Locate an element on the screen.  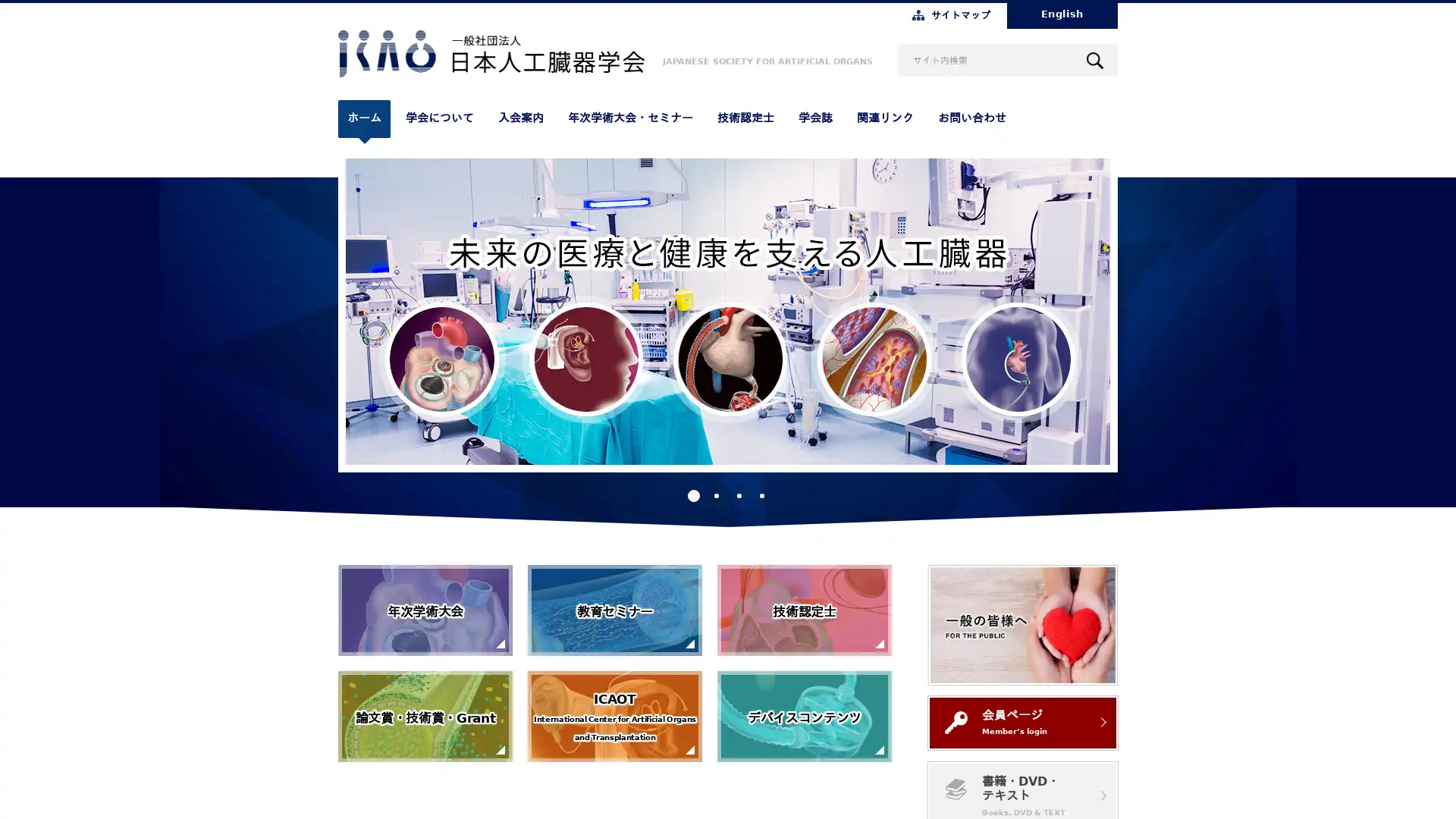
Search is located at coordinates (1095, 59).